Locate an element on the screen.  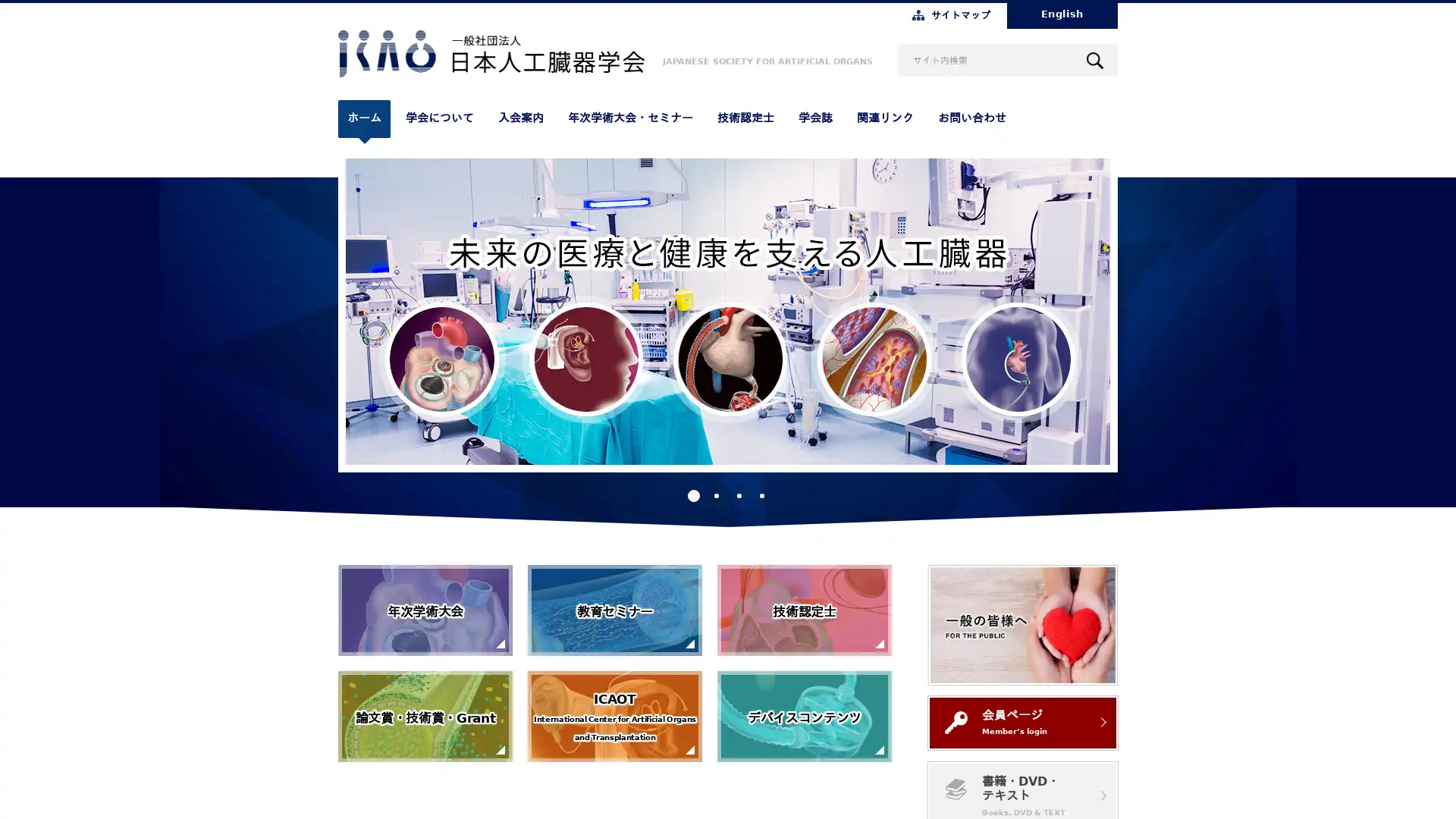
Search is located at coordinates (1095, 59).